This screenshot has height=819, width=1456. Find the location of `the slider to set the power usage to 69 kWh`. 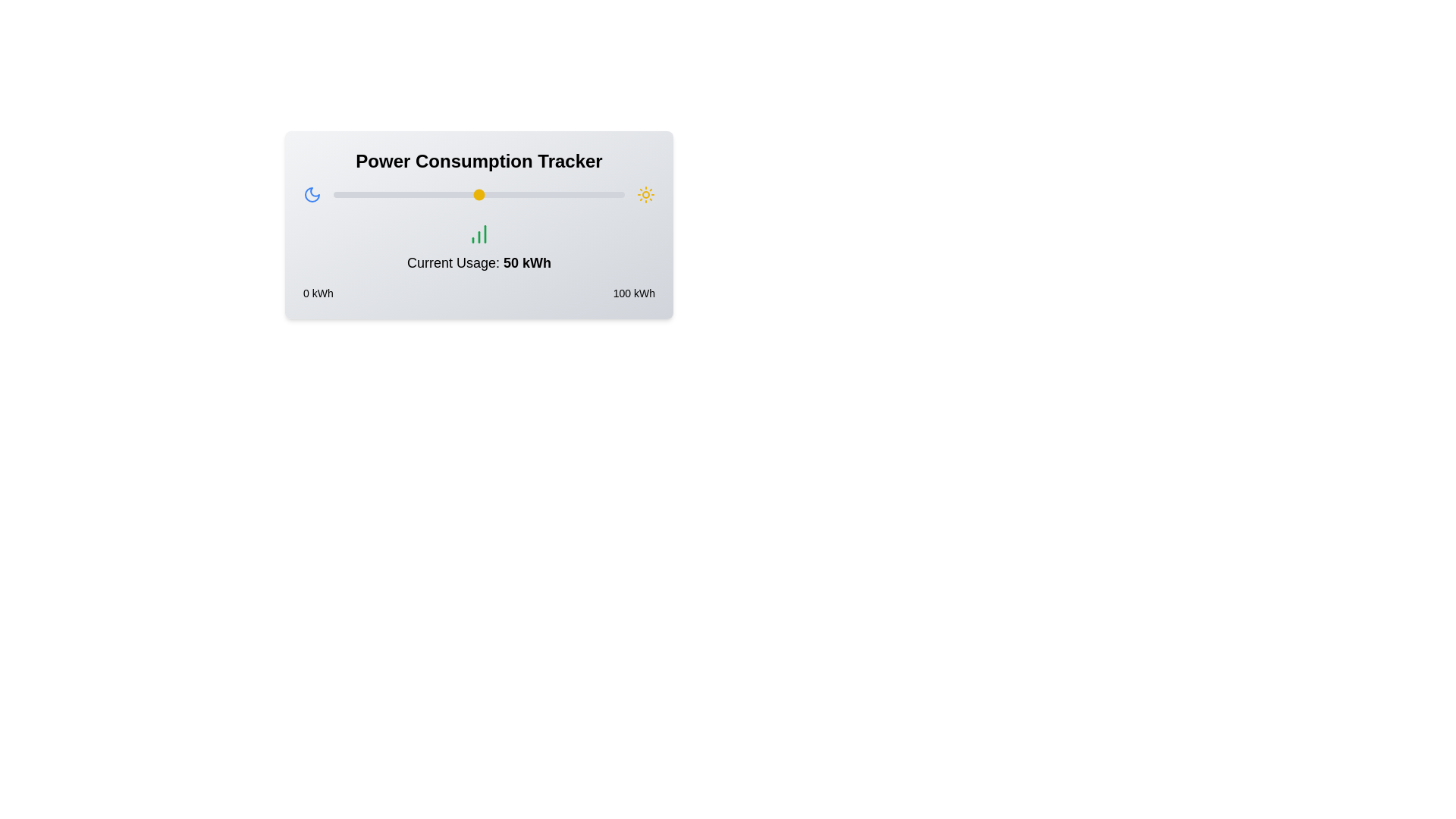

the slider to set the power usage to 69 kWh is located at coordinates (535, 194).